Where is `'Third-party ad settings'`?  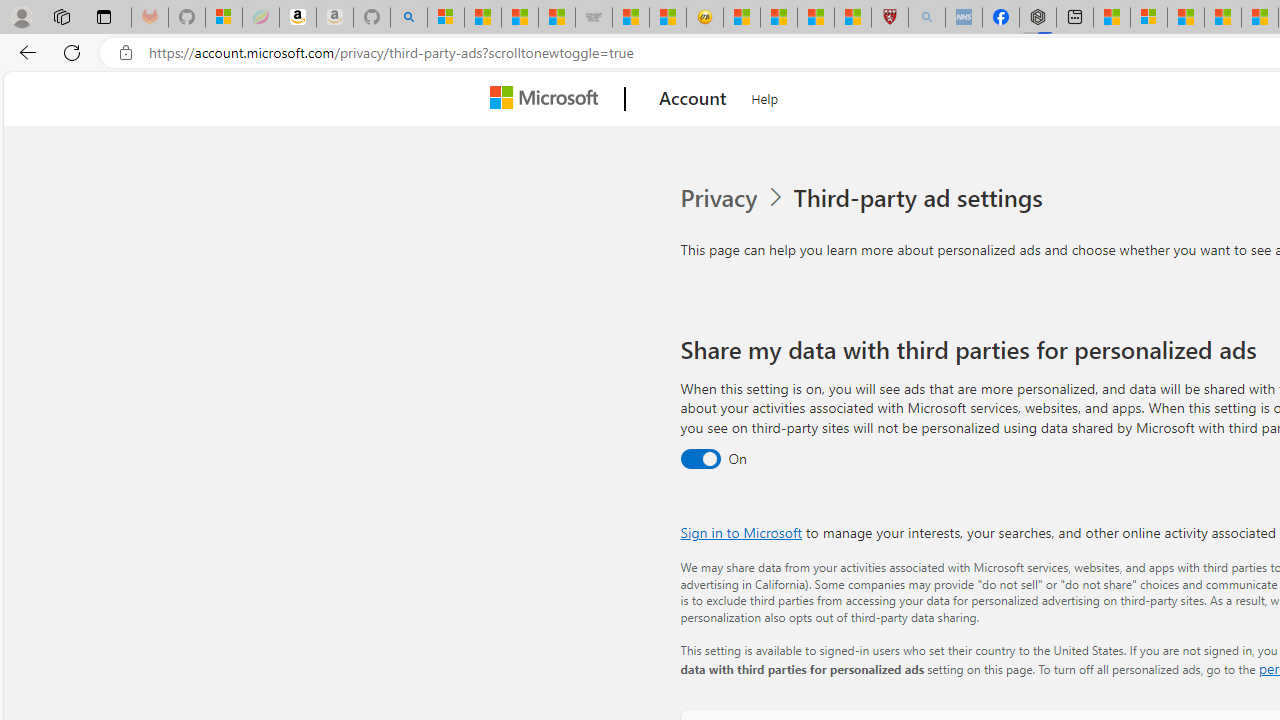 'Third-party ad settings' is located at coordinates (921, 198).